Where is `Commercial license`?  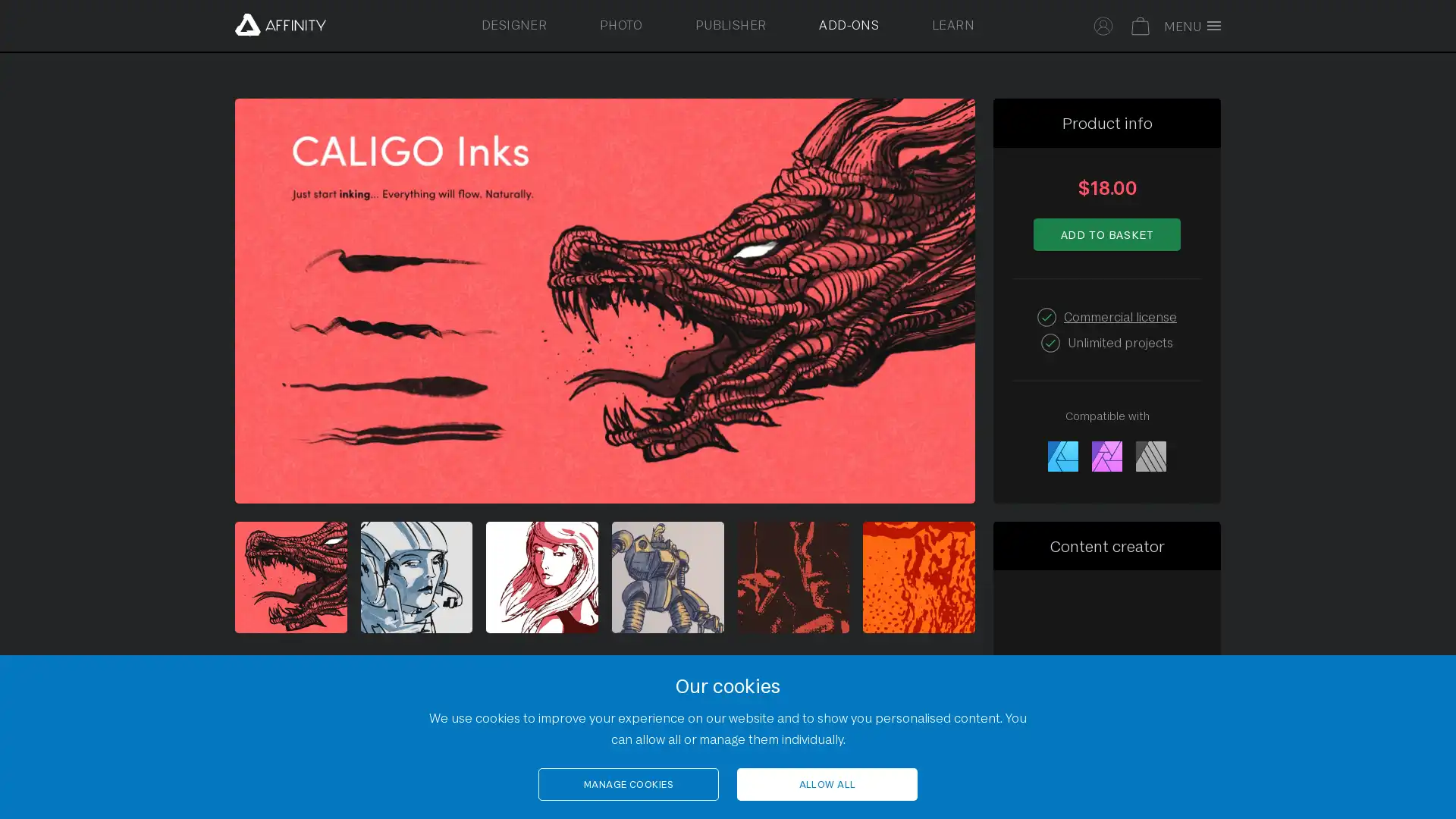 Commercial license is located at coordinates (1120, 315).